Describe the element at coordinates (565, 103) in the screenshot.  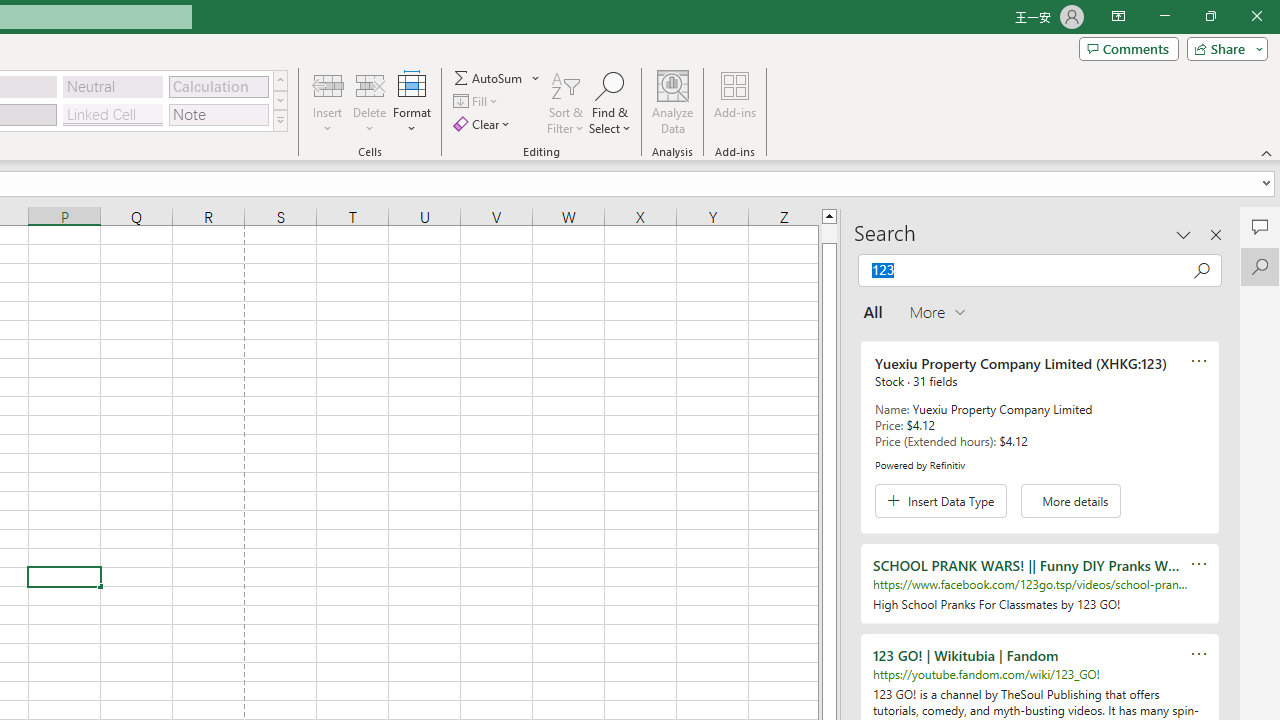
I see `'Sort & Filter'` at that location.